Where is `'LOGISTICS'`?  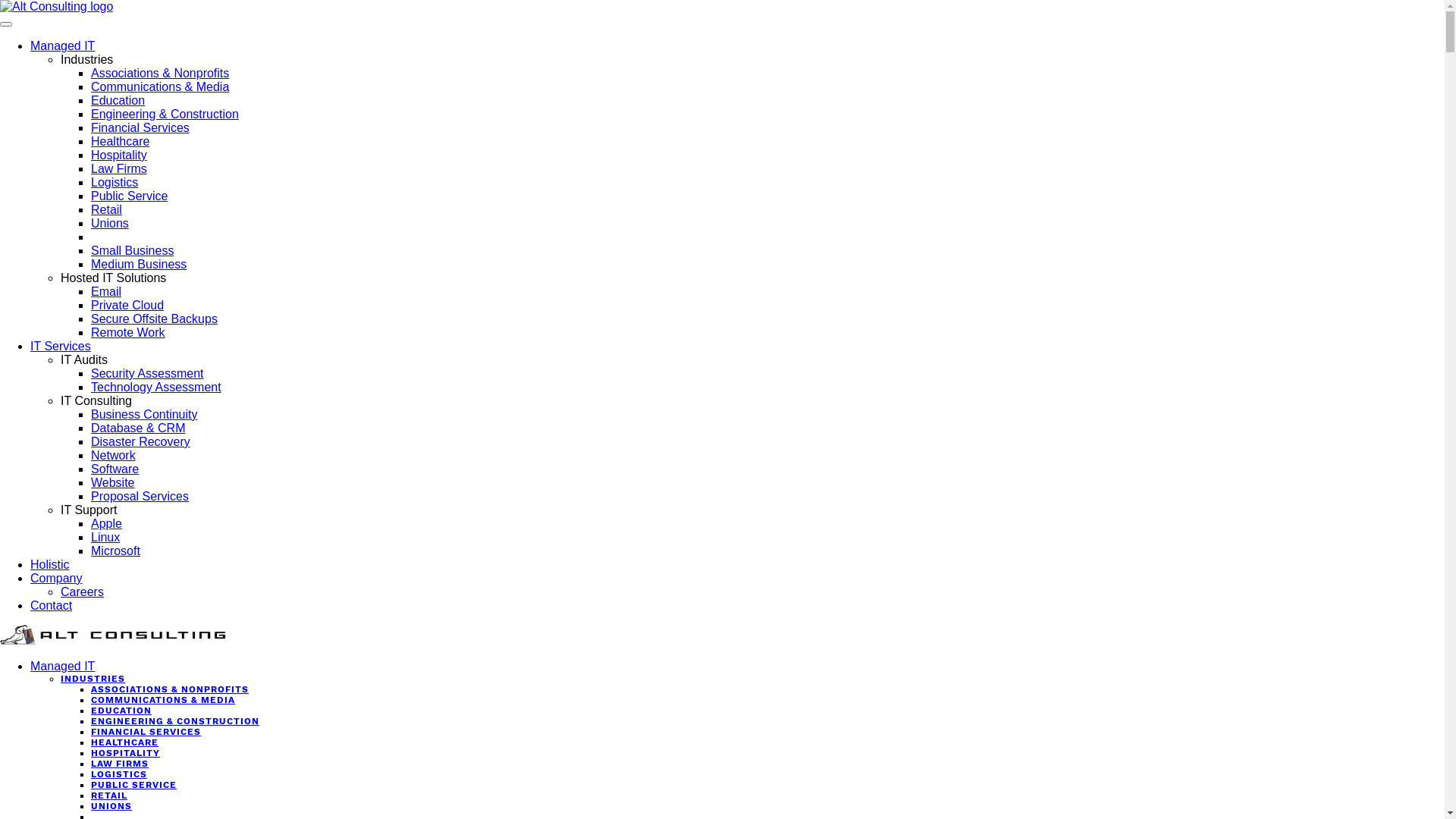
'LOGISTICS' is located at coordinates (118, 774).